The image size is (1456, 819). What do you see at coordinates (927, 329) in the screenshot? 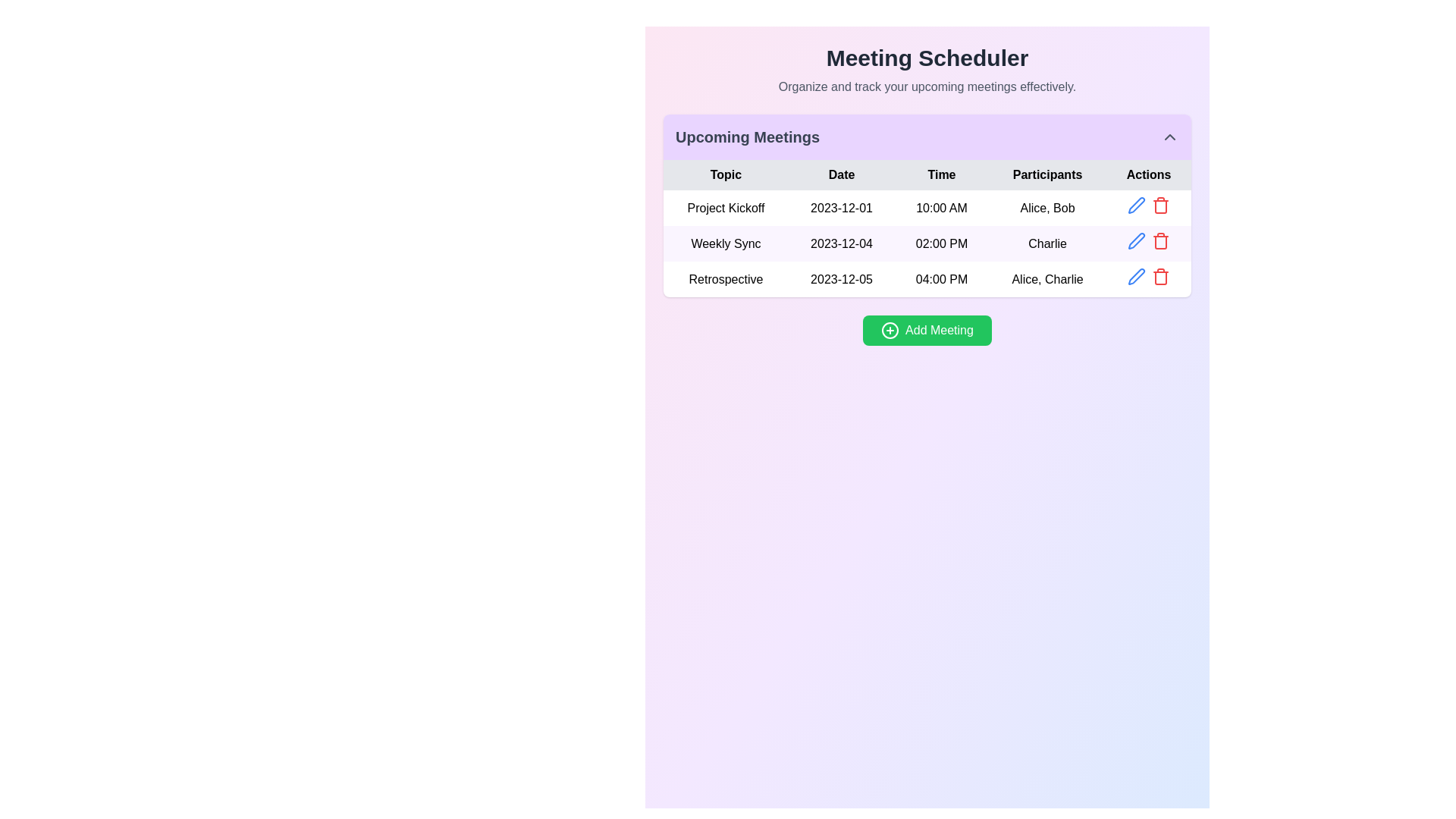
I see `the 'Add Meeting' button` at bounding box center [927, 329].